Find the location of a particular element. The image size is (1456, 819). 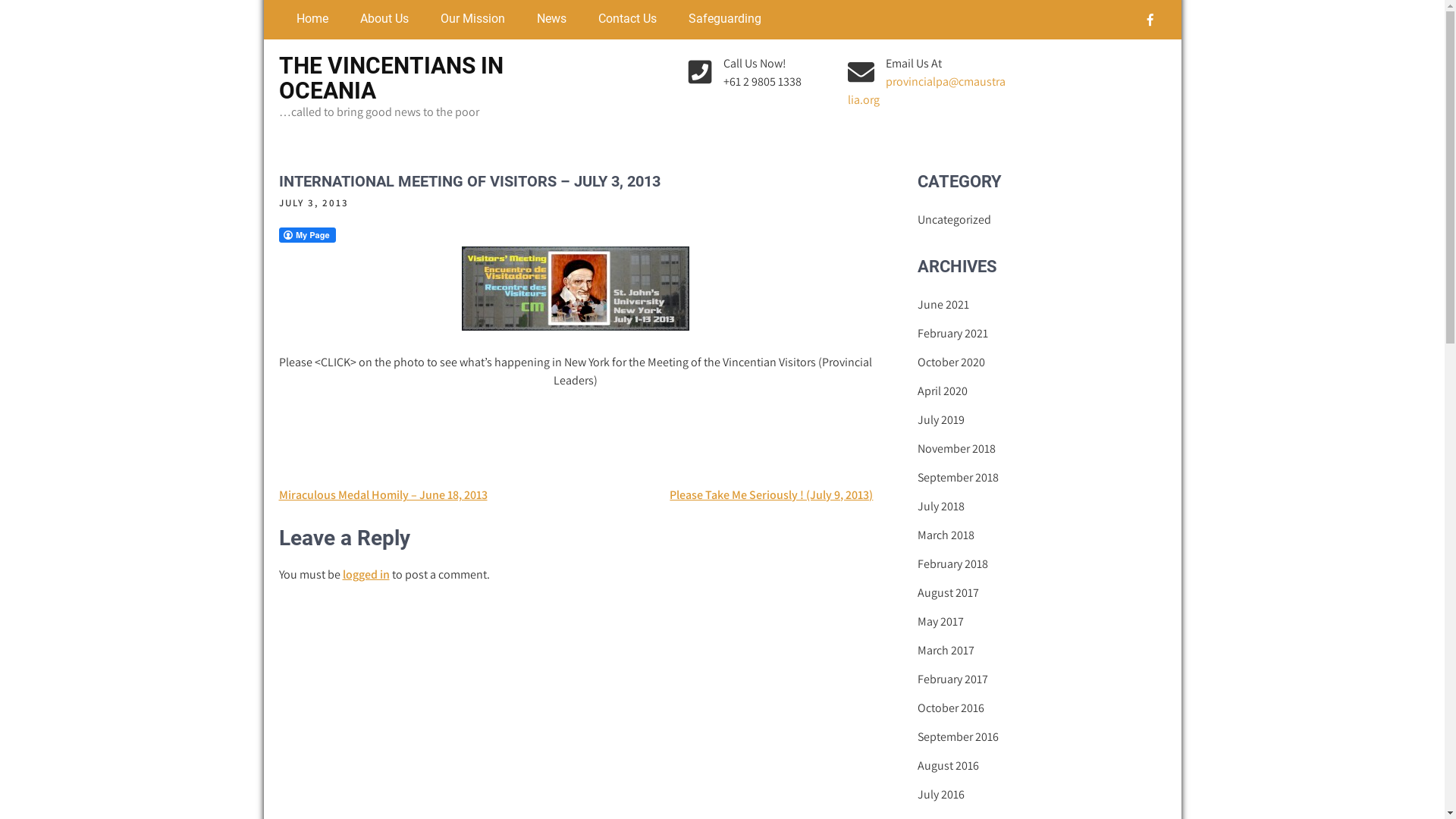

'Safeguarding' is located at coordinates (720, 19).